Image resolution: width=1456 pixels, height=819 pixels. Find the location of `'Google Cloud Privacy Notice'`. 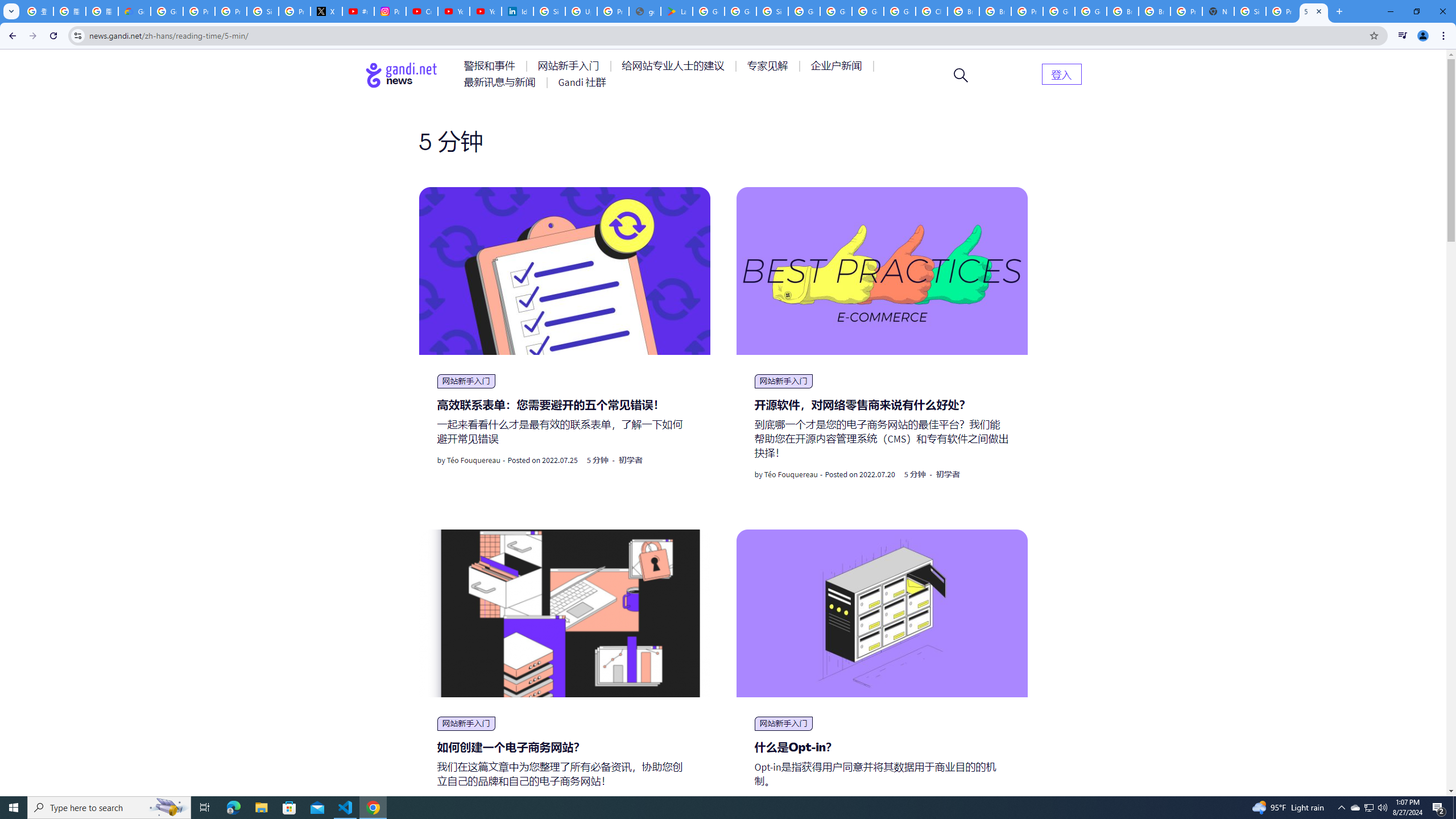

'Google Cloud Privacy Notice' is located at coordinates (134, 11).